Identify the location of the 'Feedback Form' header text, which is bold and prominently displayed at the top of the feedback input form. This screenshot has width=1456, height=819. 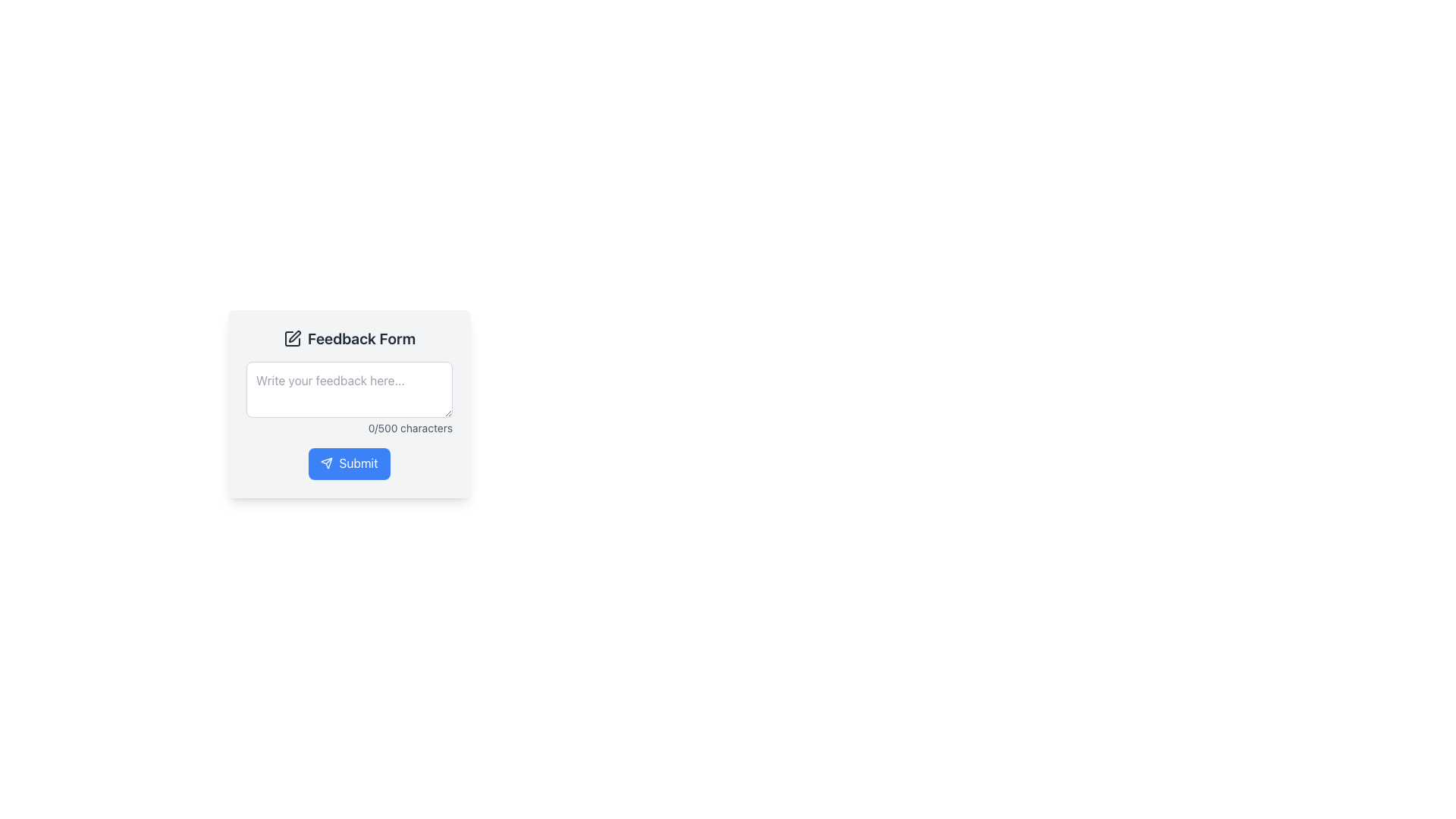
(348, 338).